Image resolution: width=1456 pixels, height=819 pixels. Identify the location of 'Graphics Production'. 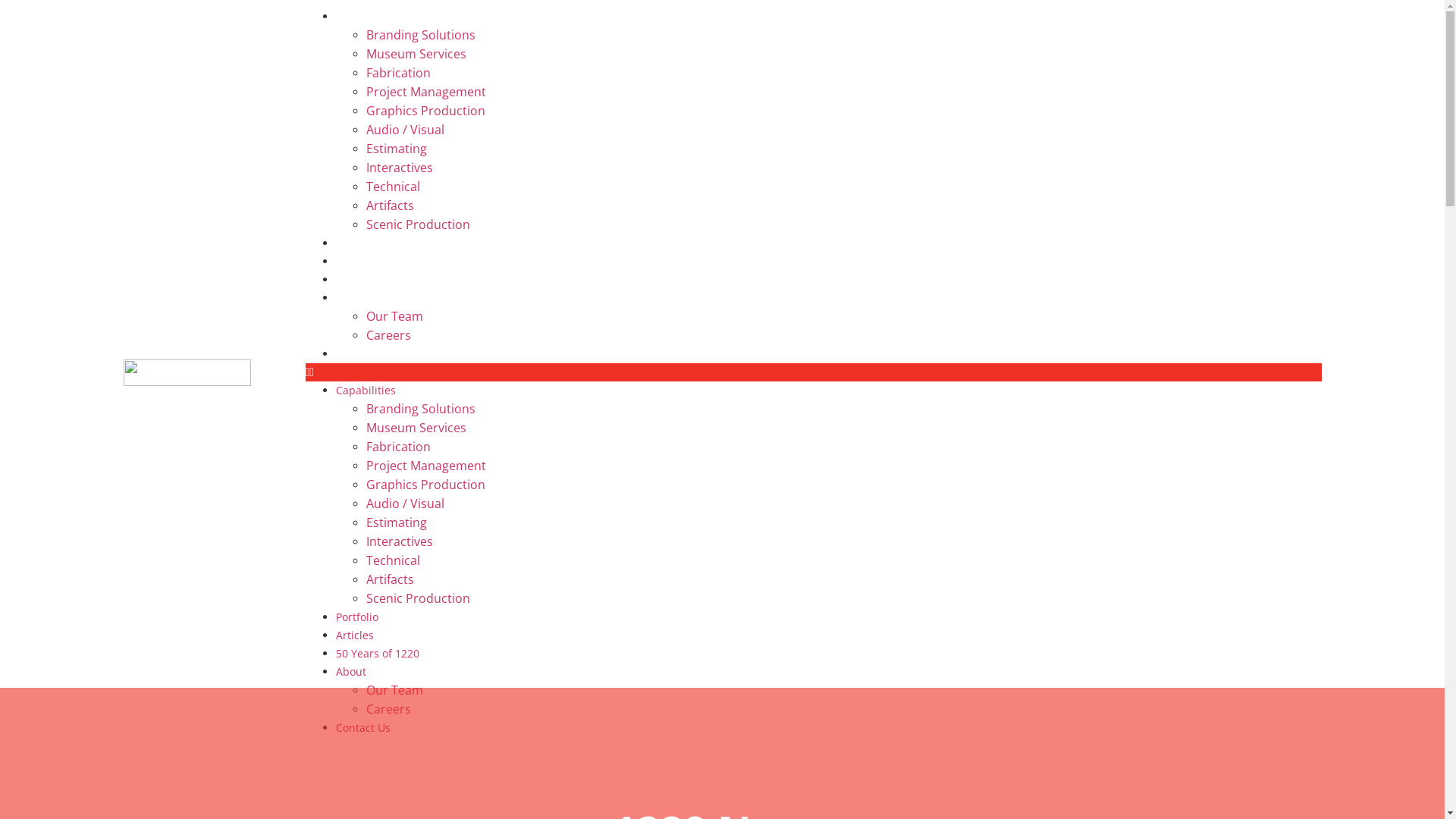
(425, 485).